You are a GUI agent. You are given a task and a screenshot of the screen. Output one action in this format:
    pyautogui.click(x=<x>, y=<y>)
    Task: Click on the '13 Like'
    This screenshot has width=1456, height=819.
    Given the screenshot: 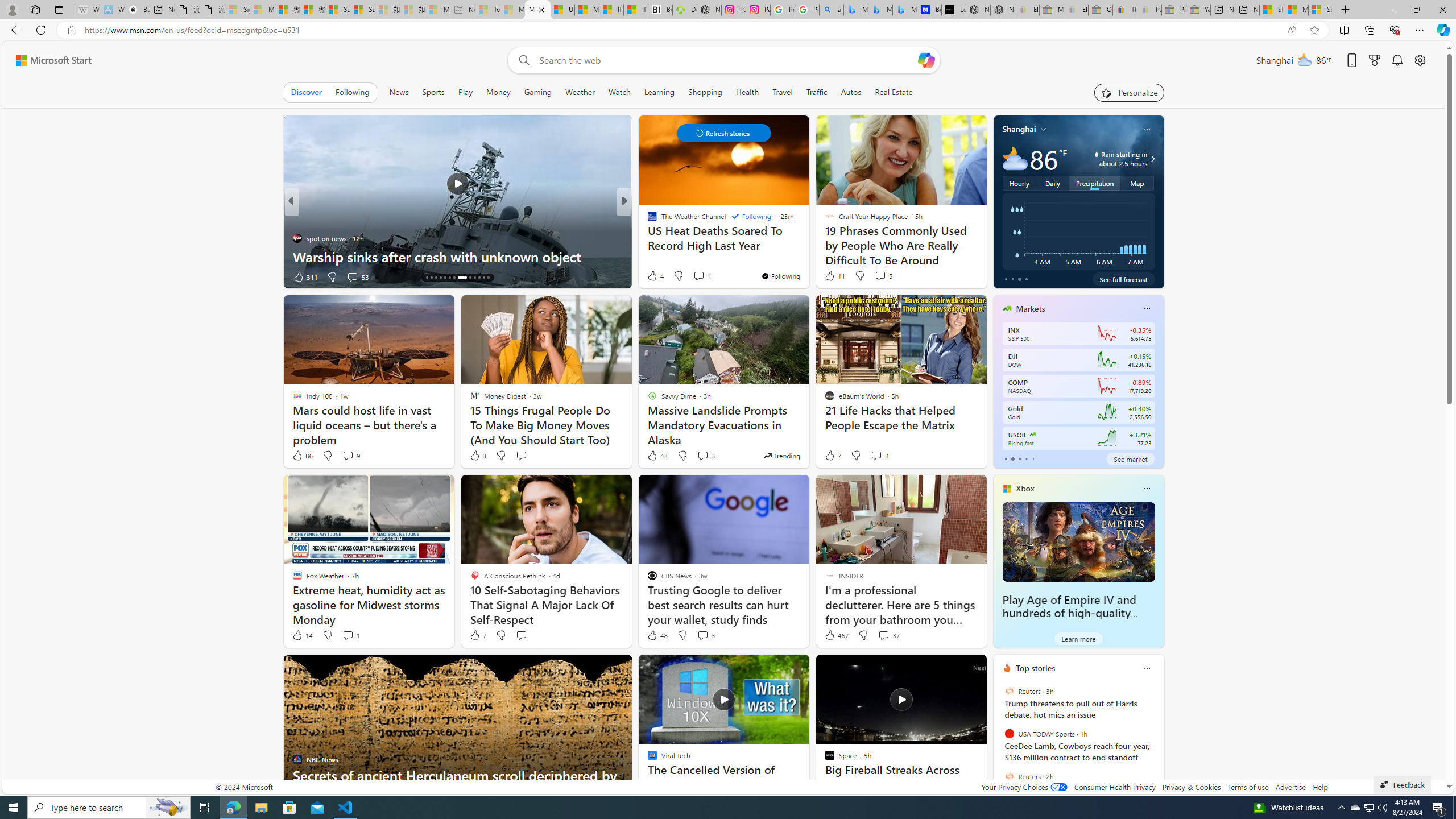 What is the action you would take?
    pyautogui.click(x=652, y=276)
    